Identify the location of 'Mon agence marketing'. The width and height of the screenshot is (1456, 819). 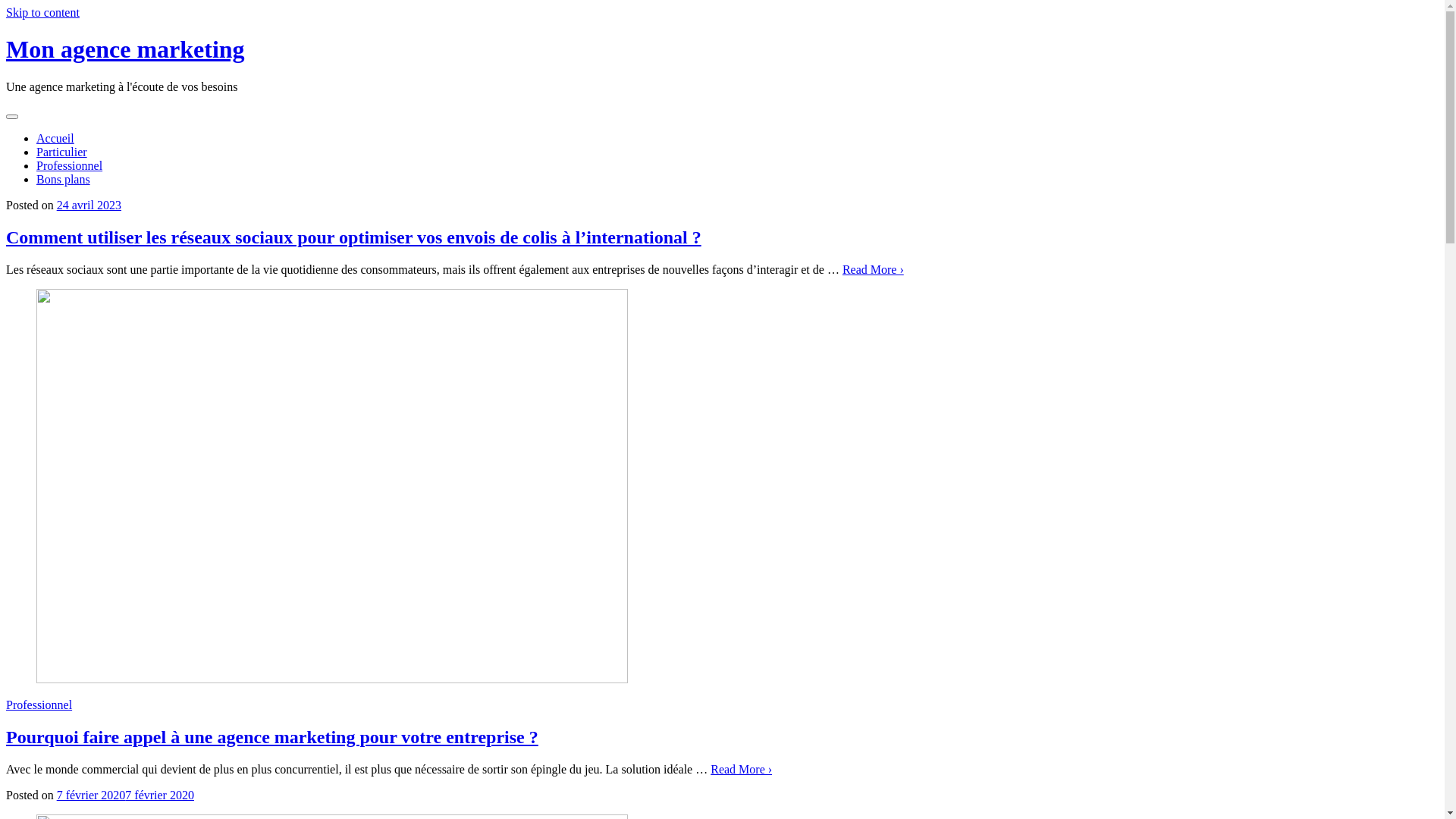
(125, 49).